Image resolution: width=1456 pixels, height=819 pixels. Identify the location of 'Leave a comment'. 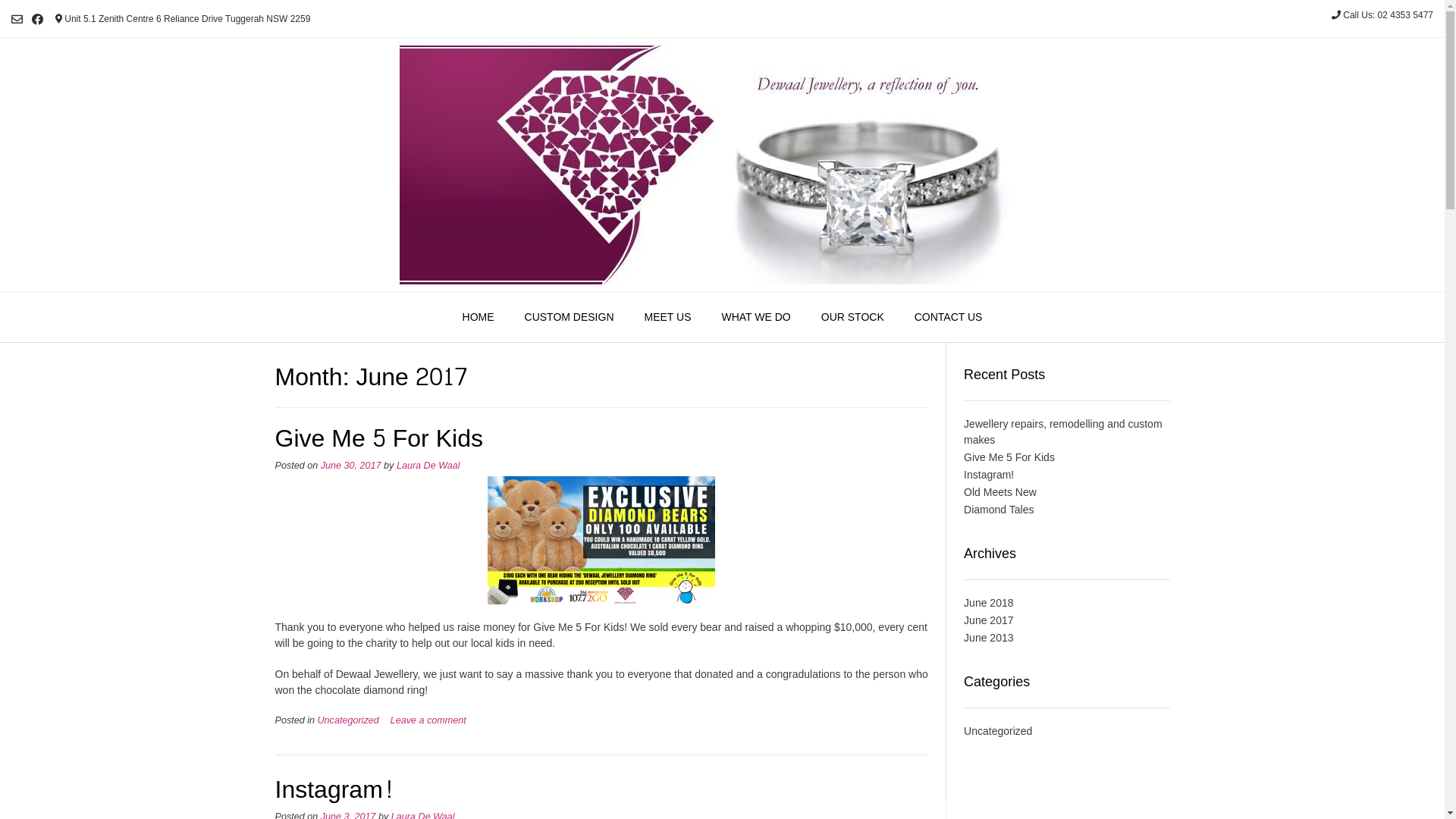
(428, 719).